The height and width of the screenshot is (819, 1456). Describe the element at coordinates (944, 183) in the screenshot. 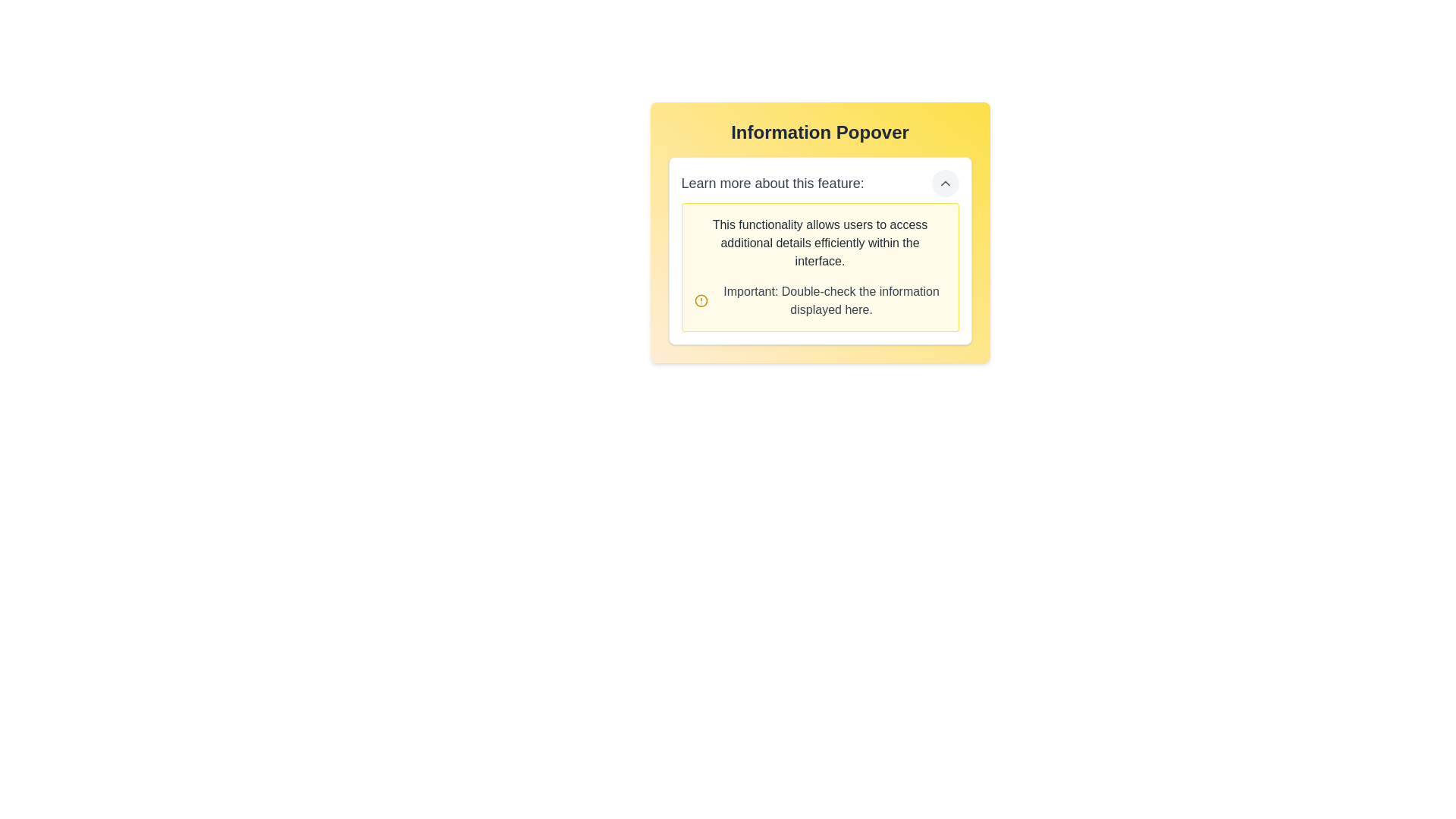

I see `the Icon button resembling a chevron up located in the upper-right corner of the popover` at that location.